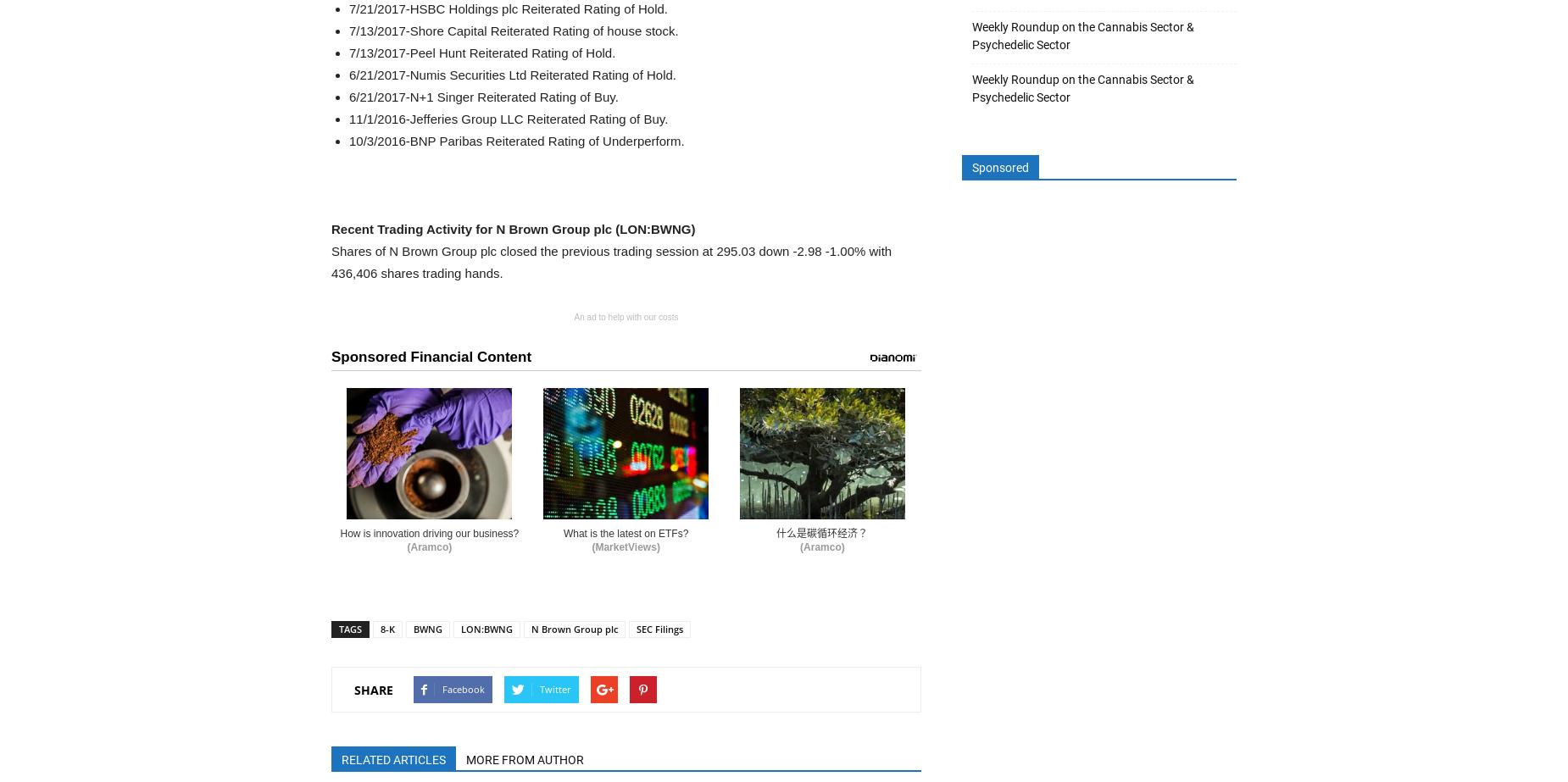  What do you see at coordinates (531, 628) in the screenshot?
I see `'N Brown Group plc'` at bounding box center [531, 628].